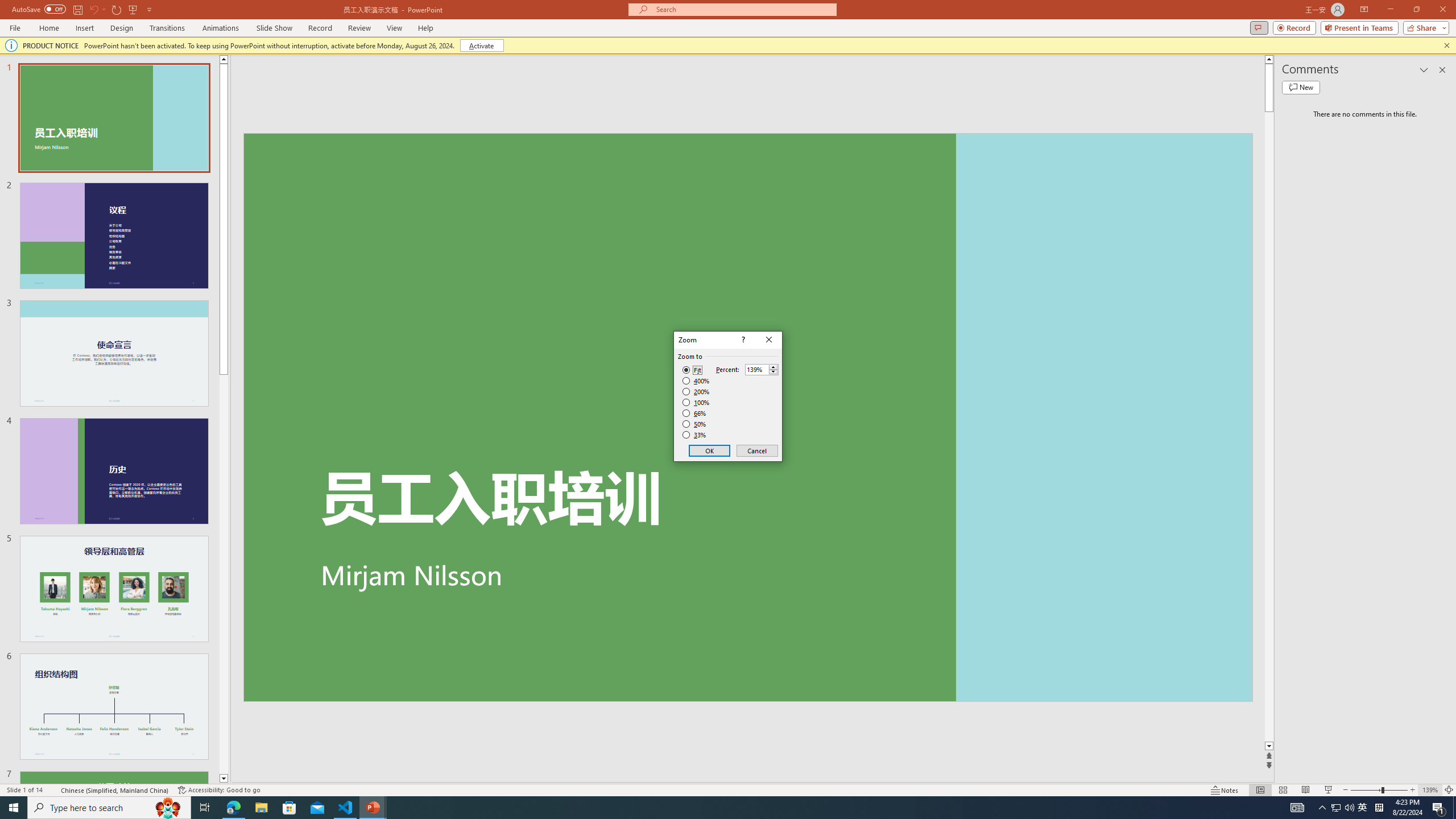 This screenshot has width=1456, height=819. Describe the element at coordinates (762, 369) in the screenshot. I see `'Percent'` at that location.